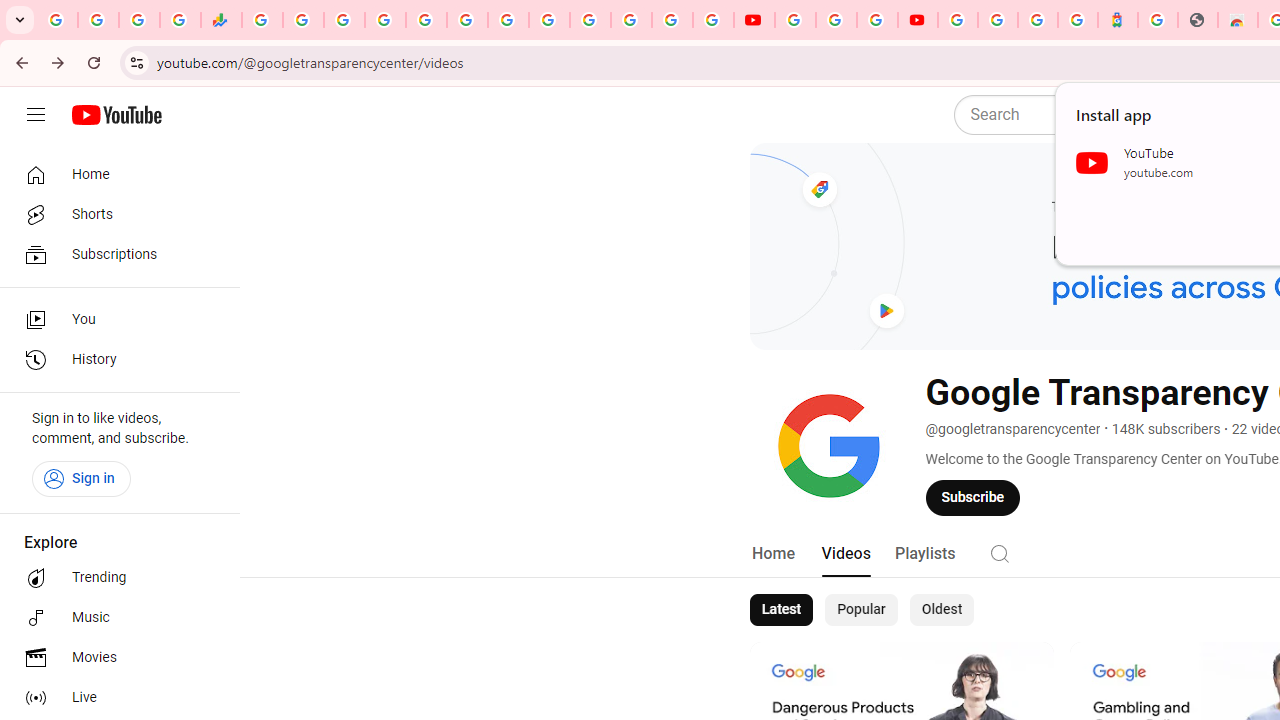 This screenshot has height=720, width=1280. I want to click on 'Chrome Web Store - Household', so click(1237, 20).